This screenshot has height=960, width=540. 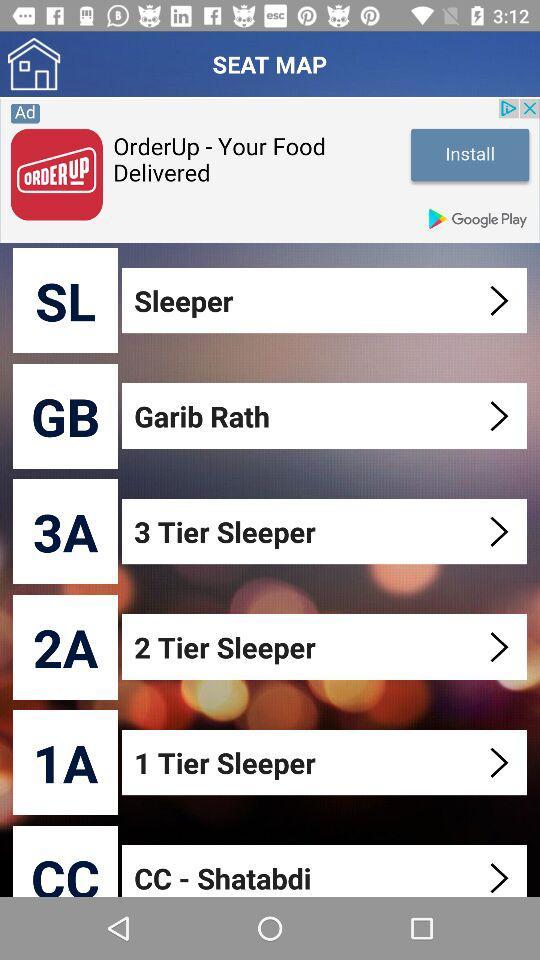 What do you see at coordinates (270, 169) in the screenshot?
I see `information about the advertisement` at bounding box center [270, 169].